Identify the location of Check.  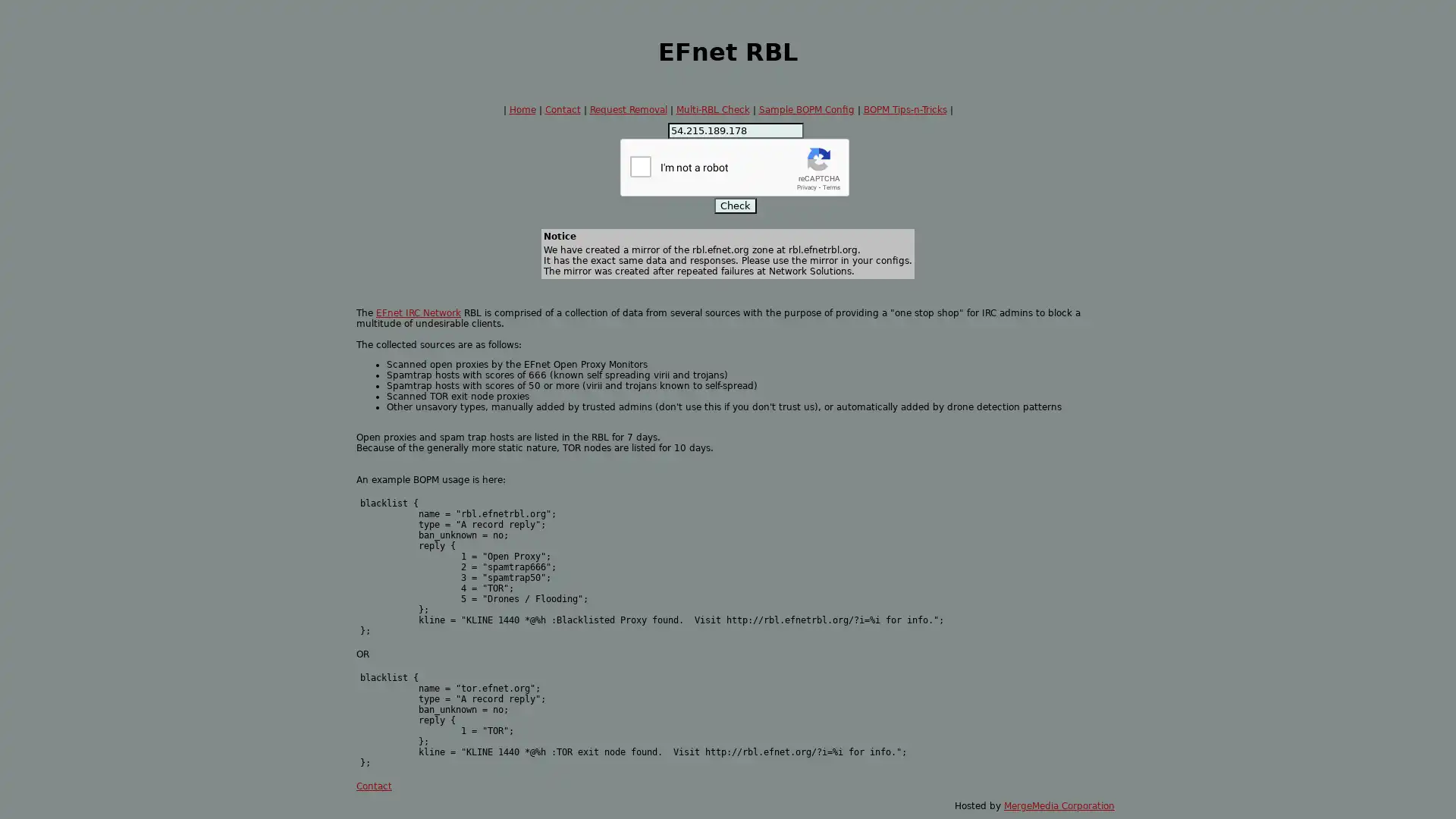
(735, 206).